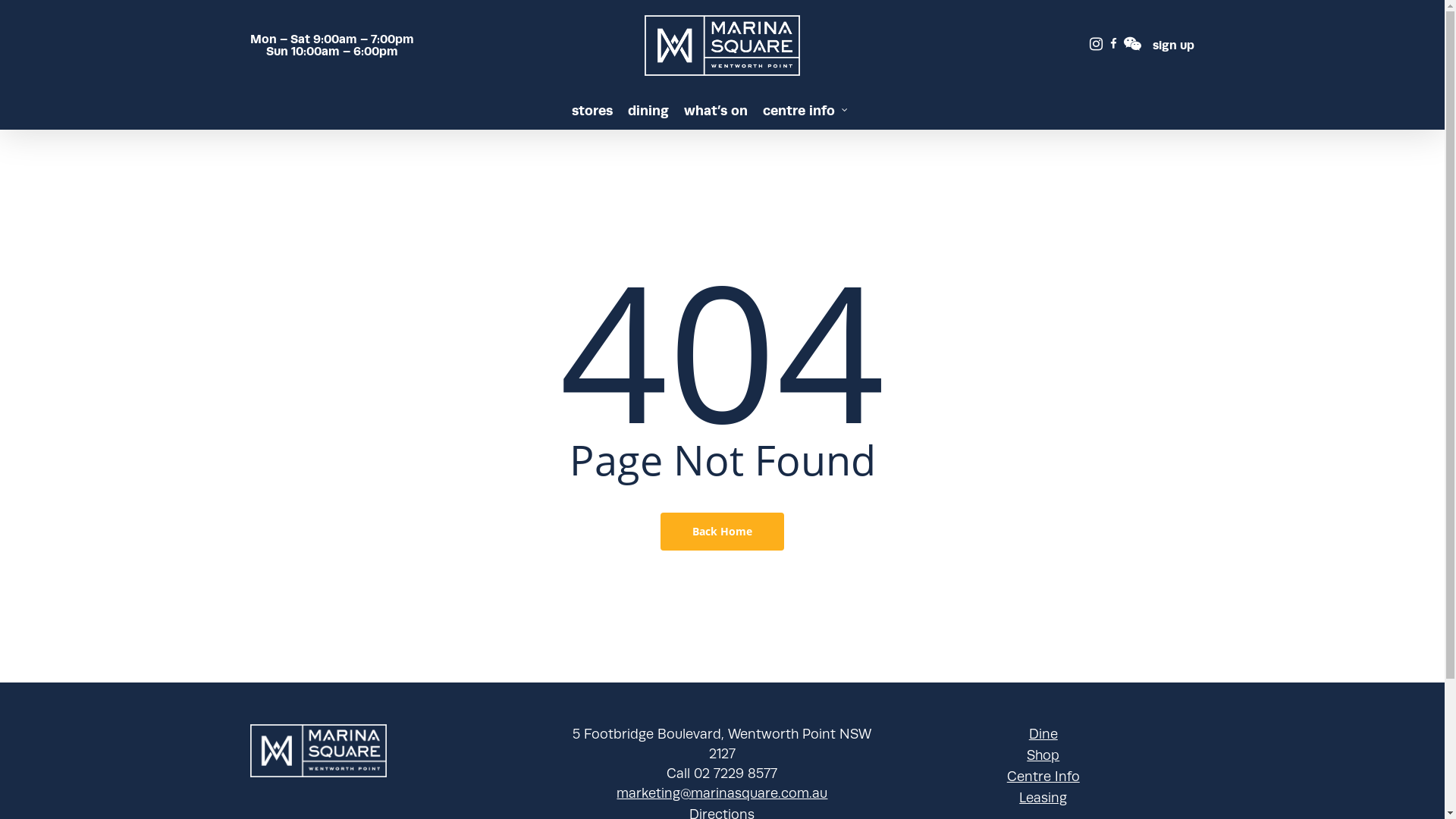  Describe the element at coordinates (616, 792) in the screenshot. I see `'marketing@marinasquare.com.au'` at that location.